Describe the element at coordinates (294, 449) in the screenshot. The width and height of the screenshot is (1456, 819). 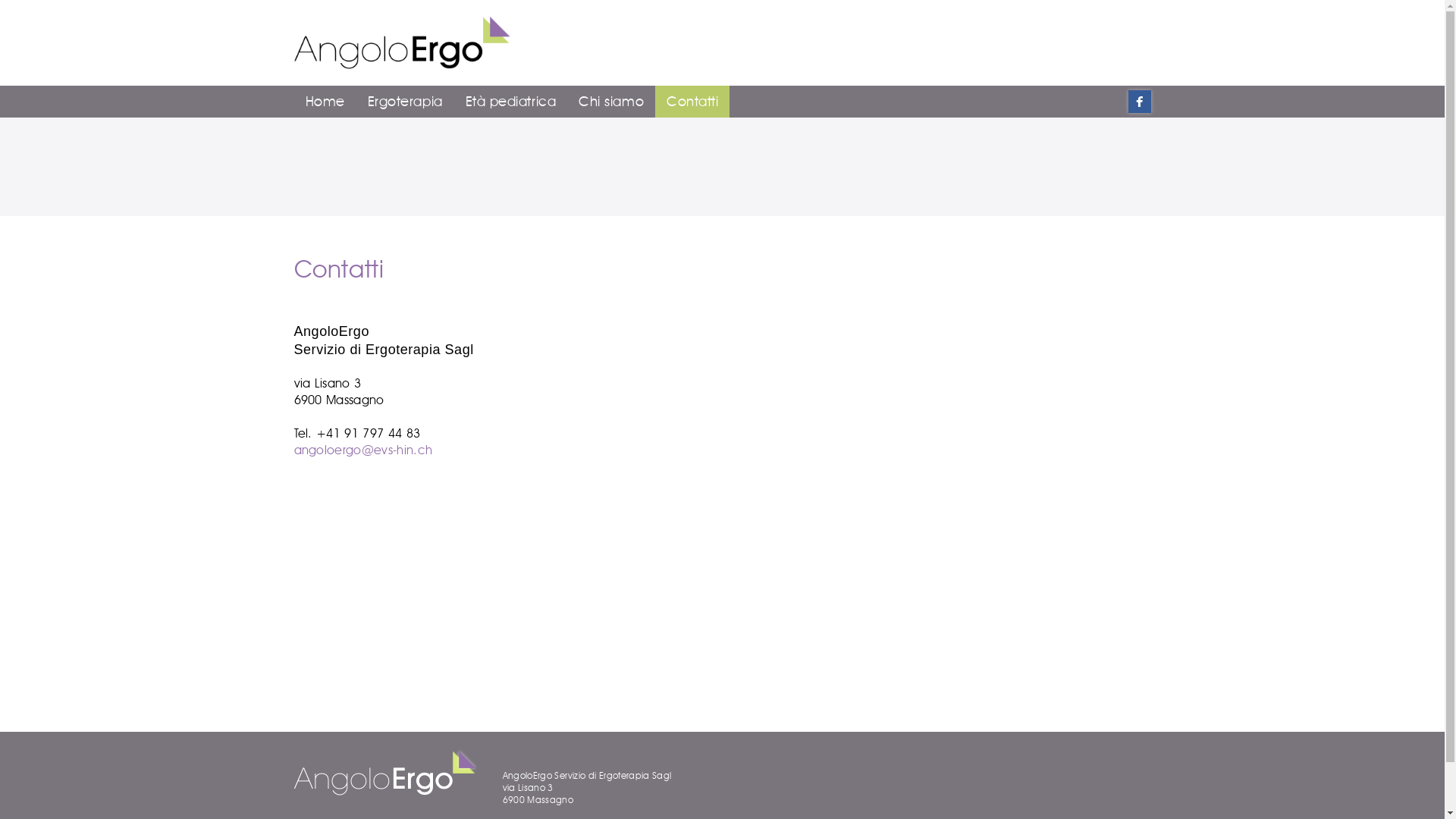
I see `'angoloergo@evs-hin.ch'` at that location.